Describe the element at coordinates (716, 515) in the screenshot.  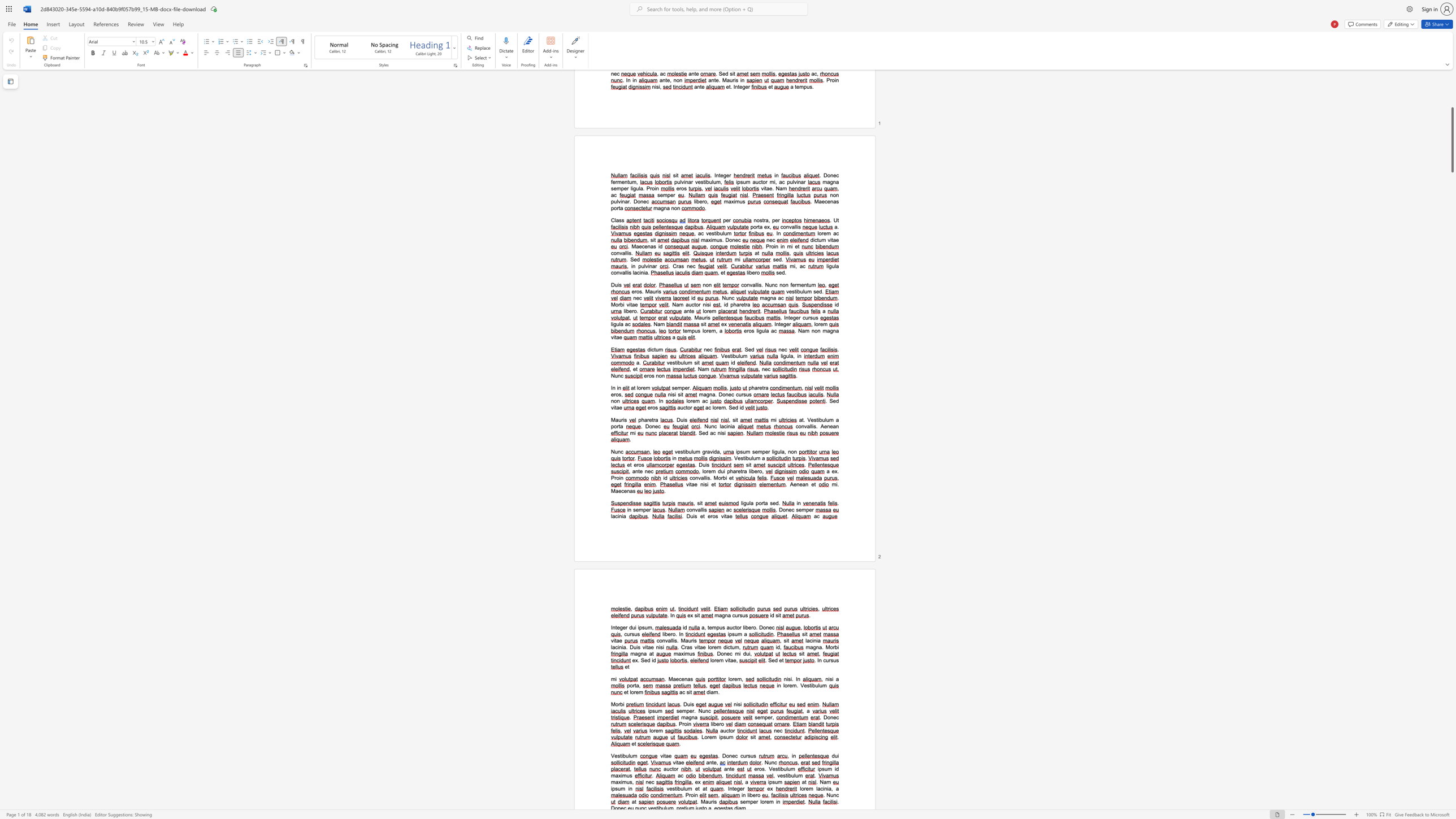
I see `the 2th character "s" in the text` at that location.